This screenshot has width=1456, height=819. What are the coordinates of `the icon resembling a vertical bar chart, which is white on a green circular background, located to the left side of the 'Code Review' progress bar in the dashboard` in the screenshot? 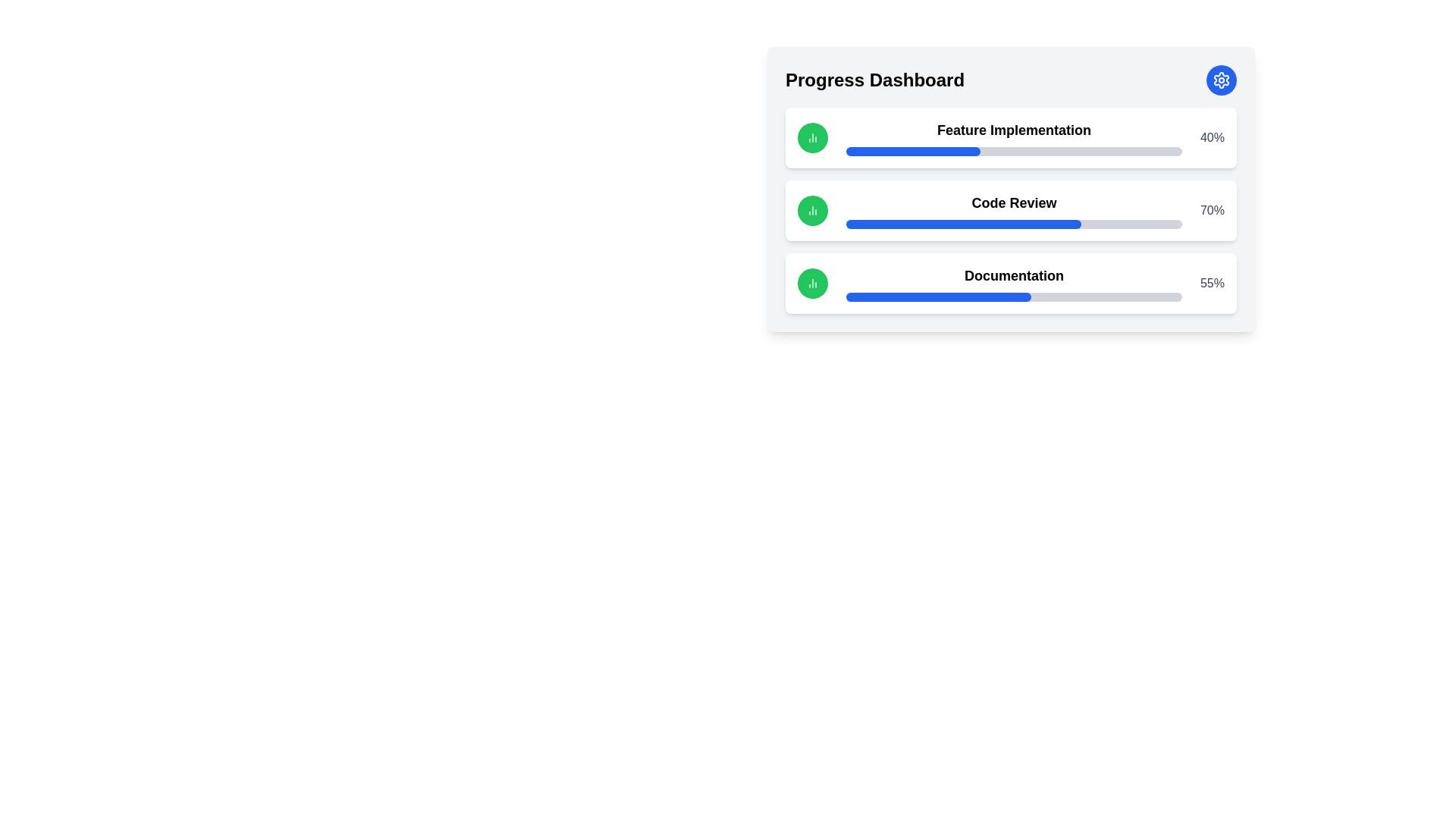 It's located at (811, 210).